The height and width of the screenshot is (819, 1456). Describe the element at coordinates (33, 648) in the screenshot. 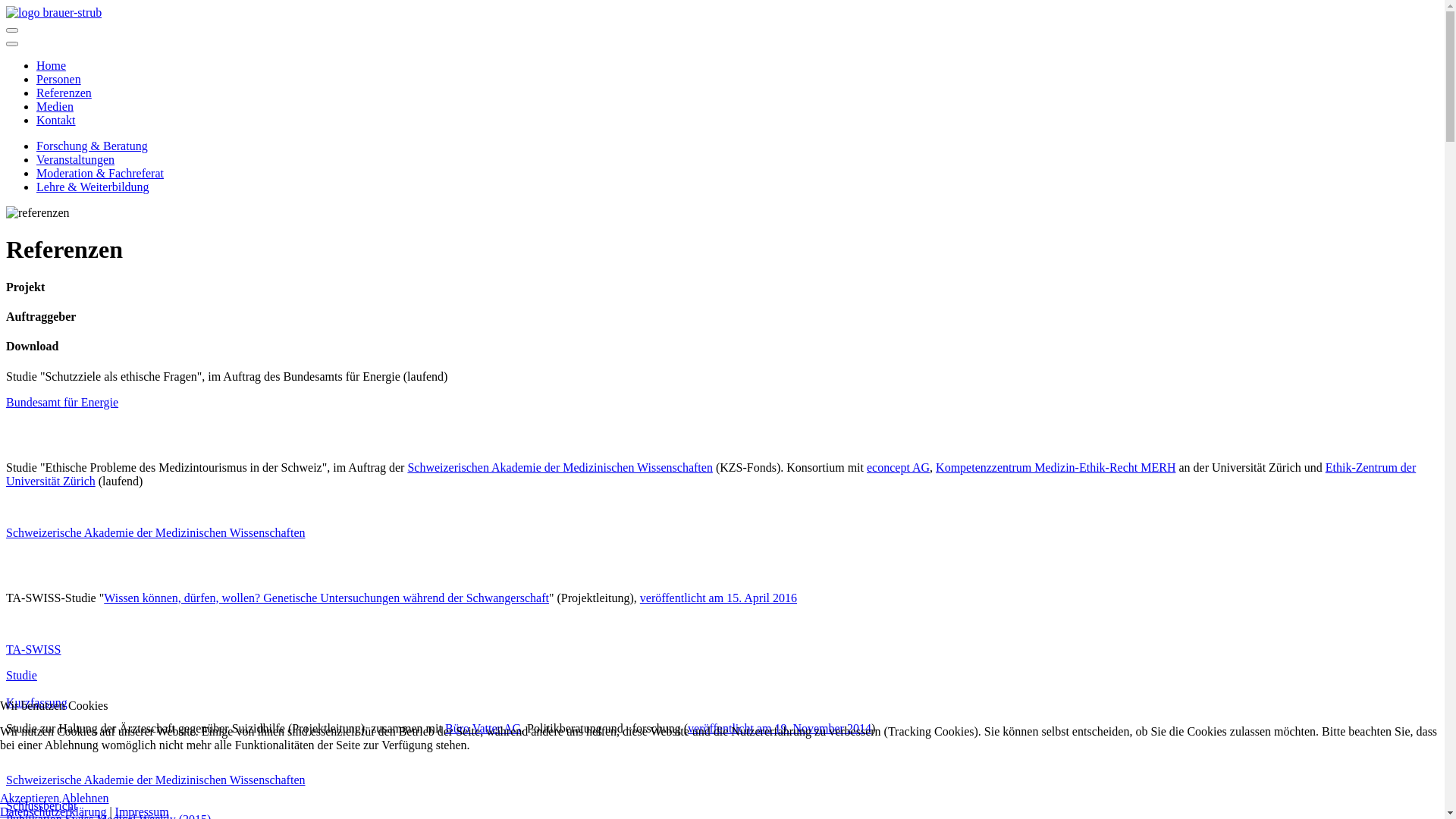

I see `'TA-SWISS'` at that location.